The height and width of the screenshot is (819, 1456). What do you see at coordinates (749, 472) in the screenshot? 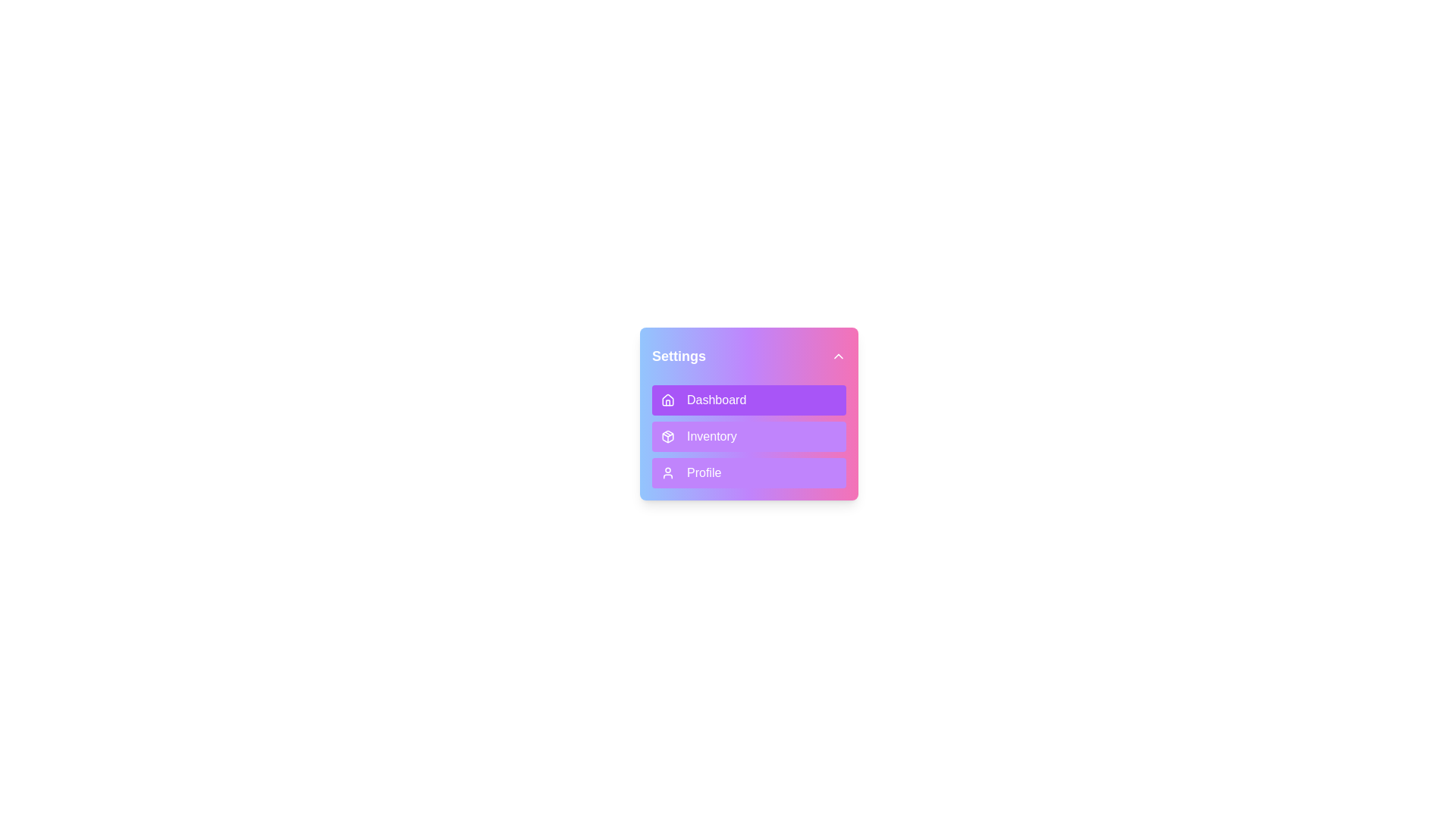
I see `the menu item Profile in the sidebar menu` at bounding box center [749, 472].